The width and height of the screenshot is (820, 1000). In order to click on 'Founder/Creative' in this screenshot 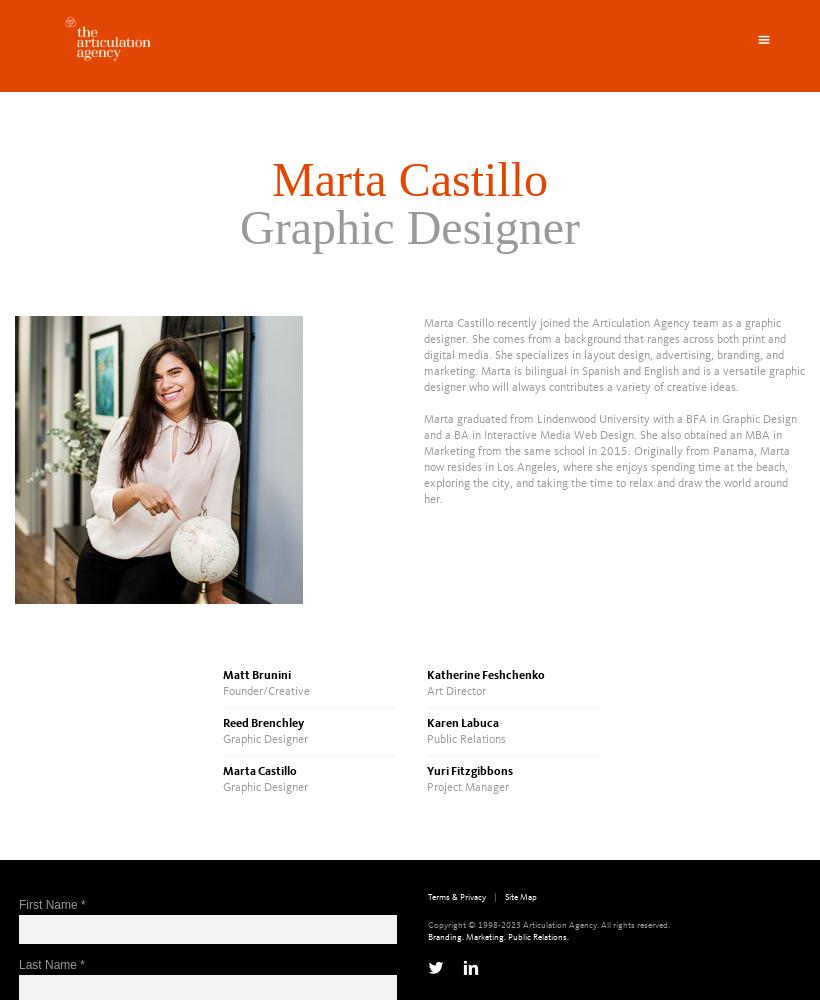, I will do `click(266, 690)`.